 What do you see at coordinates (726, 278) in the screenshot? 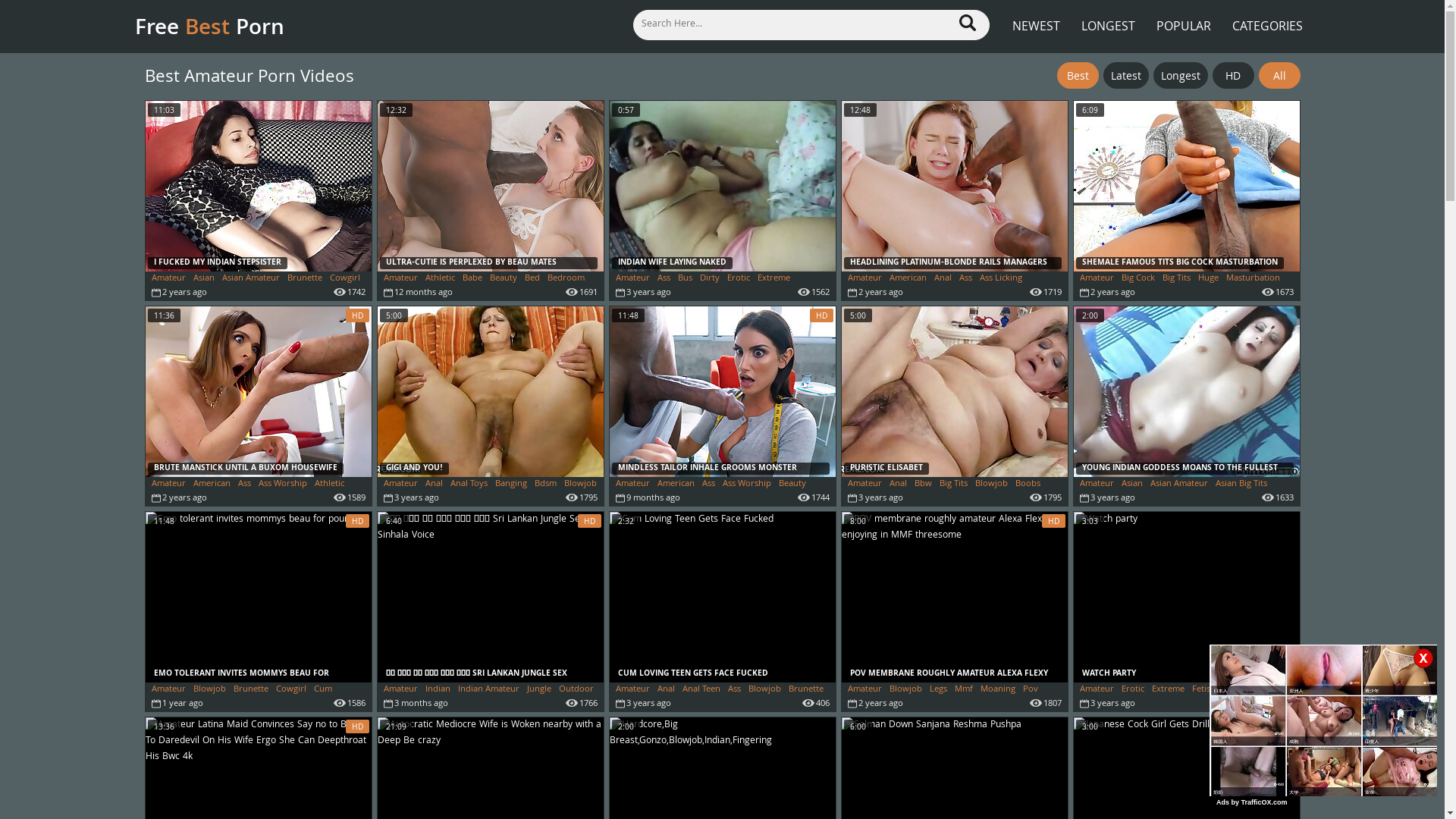
I see `'Erotic'` at bounding box center [726, 278].